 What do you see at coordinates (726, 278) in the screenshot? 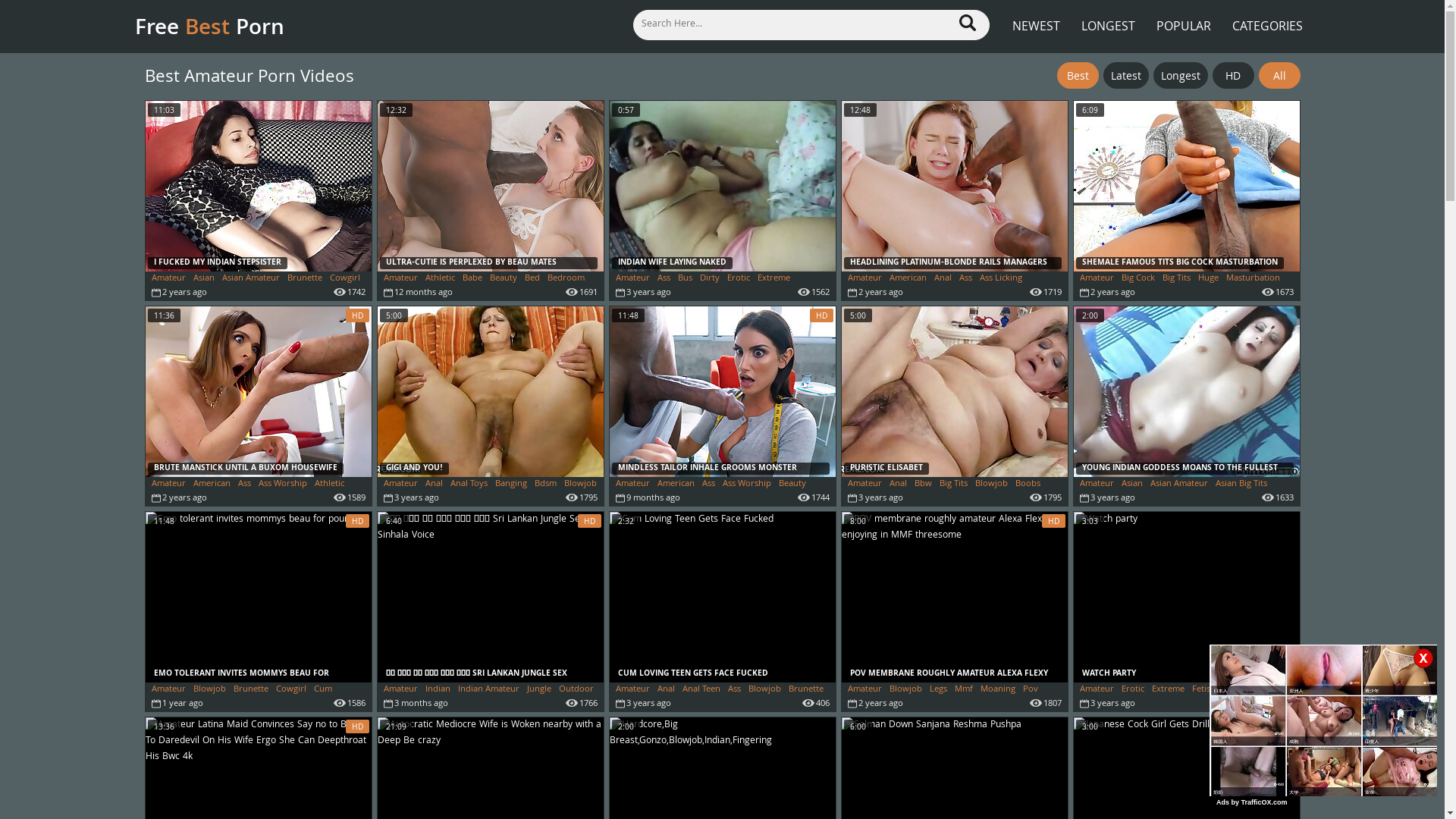
I see `'Erotic'` at bounding box center [726, 278].